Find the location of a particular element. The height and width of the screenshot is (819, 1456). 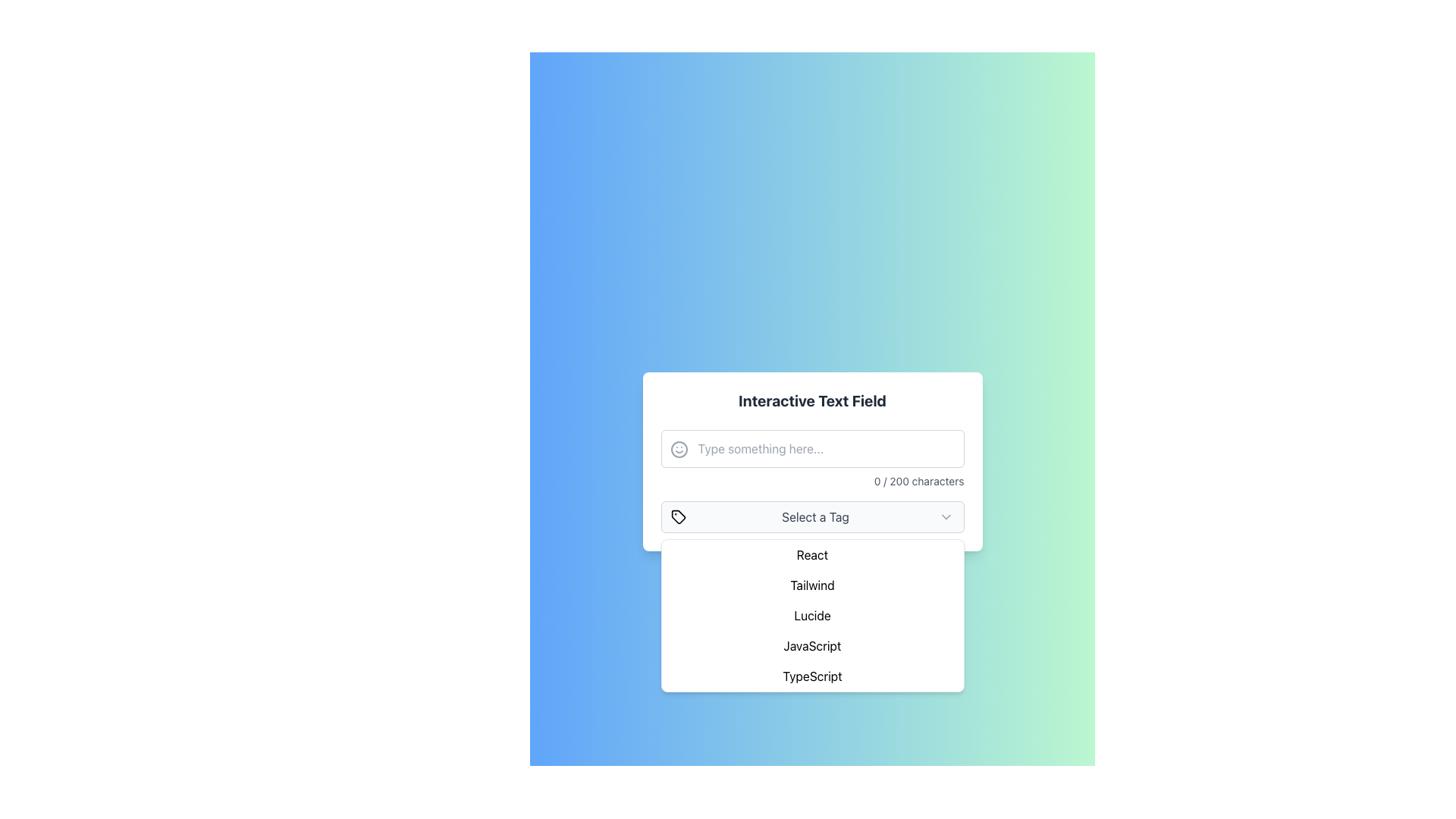

the tag-shaped icon located to the immediate left of the text 'Select a Tag' in the dropdown control is located at coordinates (677, 516).